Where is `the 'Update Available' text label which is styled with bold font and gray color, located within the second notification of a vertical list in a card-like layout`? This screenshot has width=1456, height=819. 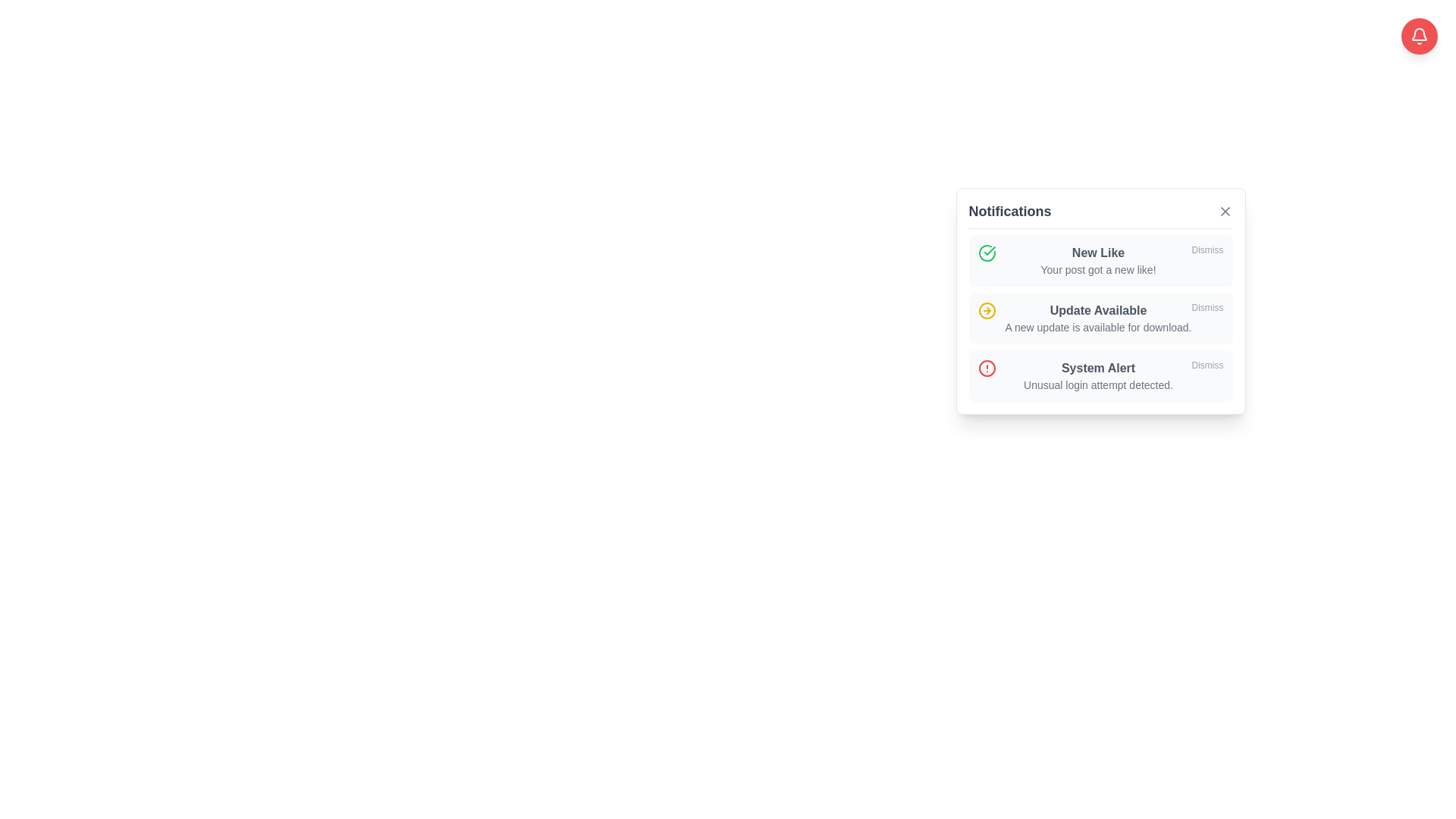 the 'Update Available' text label which is styled with bold font and gray color, located within the second notification of a vertical list in a card-like layout is located at coordinates (1098, 309).